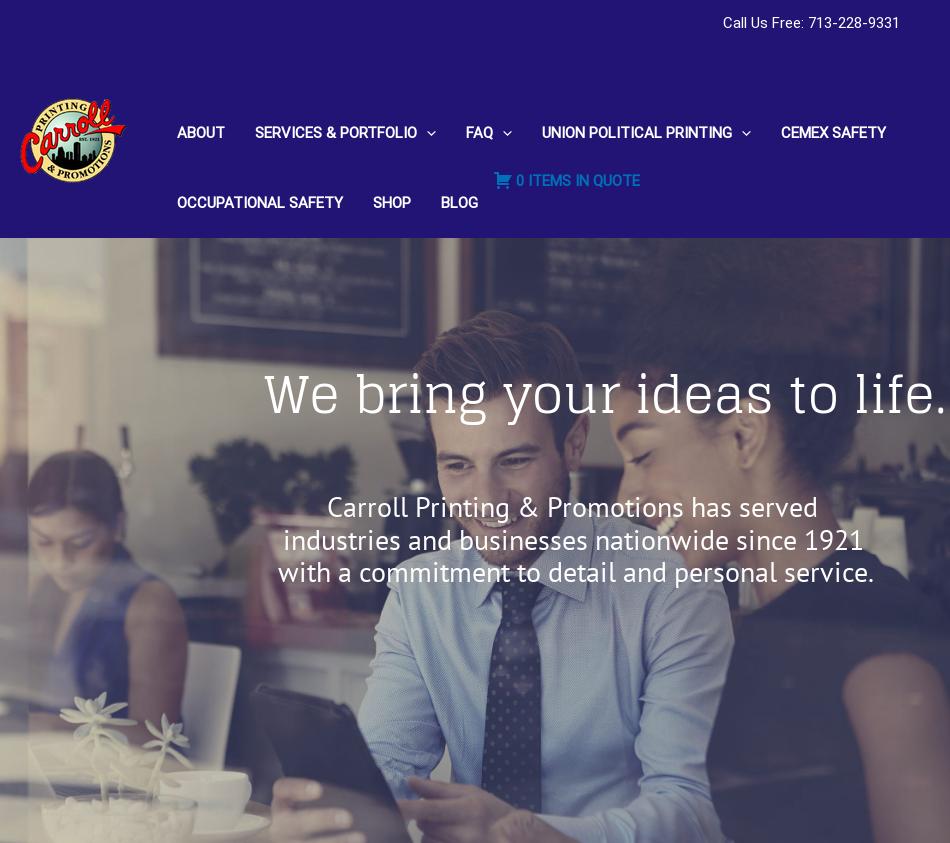 This screenshot has height=843, width=950. I want to click on '713-228-9331', so click(852, 22).